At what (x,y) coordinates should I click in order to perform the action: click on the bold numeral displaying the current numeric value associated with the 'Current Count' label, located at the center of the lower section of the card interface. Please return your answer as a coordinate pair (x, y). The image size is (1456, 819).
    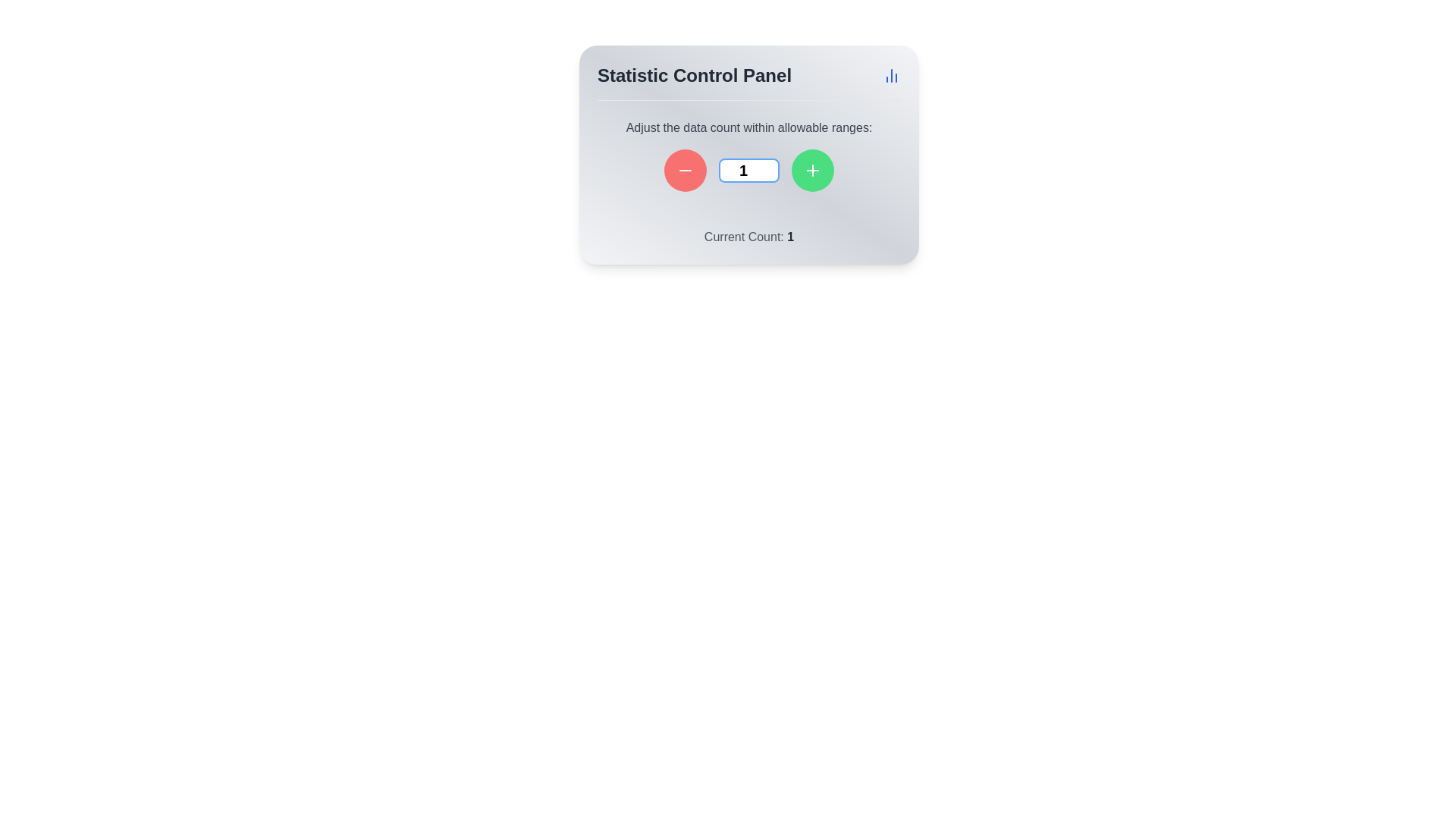
    Looking at the image, I should click on (789, 237).